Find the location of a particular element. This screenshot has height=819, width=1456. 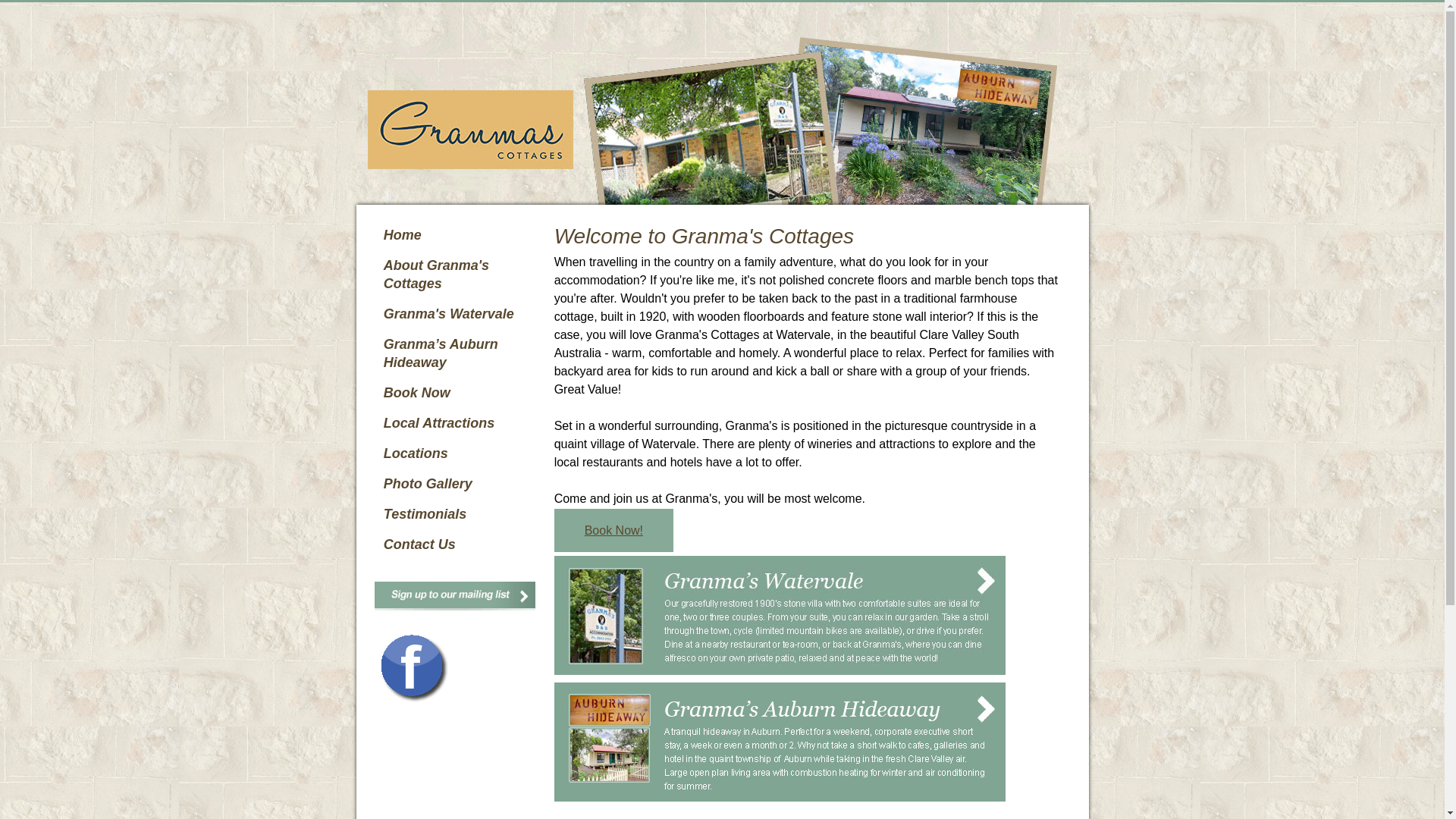

'Contact Us' is located at coordinates (457, 543).